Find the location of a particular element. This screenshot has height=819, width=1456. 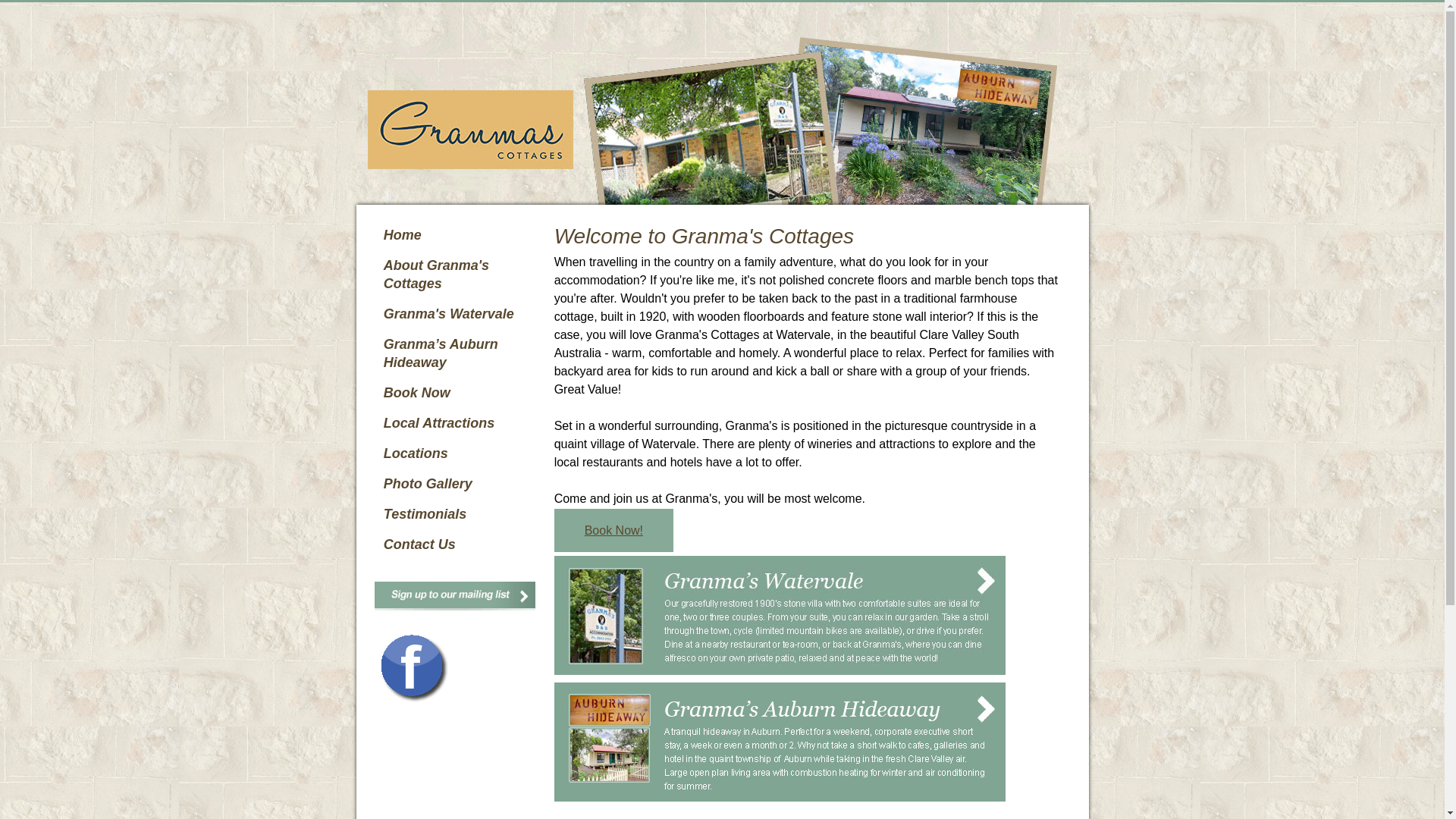

'Contact Us' is located at coordinates (457, 543).